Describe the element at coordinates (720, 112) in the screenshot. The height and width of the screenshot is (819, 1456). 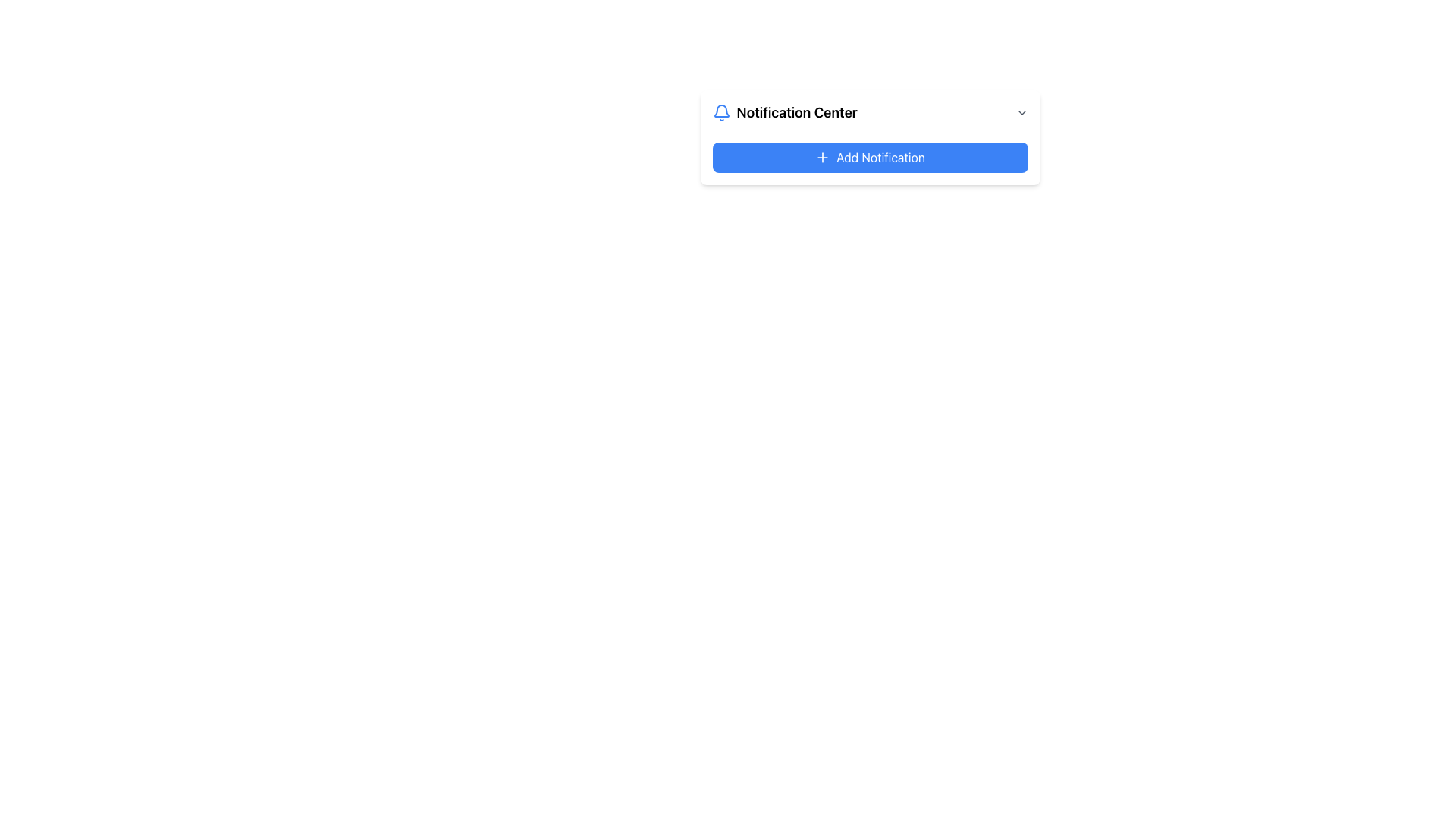
I see `the notification icon located at the far left of the 'Notification Center' section, right before the text label 'Notification Center'` at that location.